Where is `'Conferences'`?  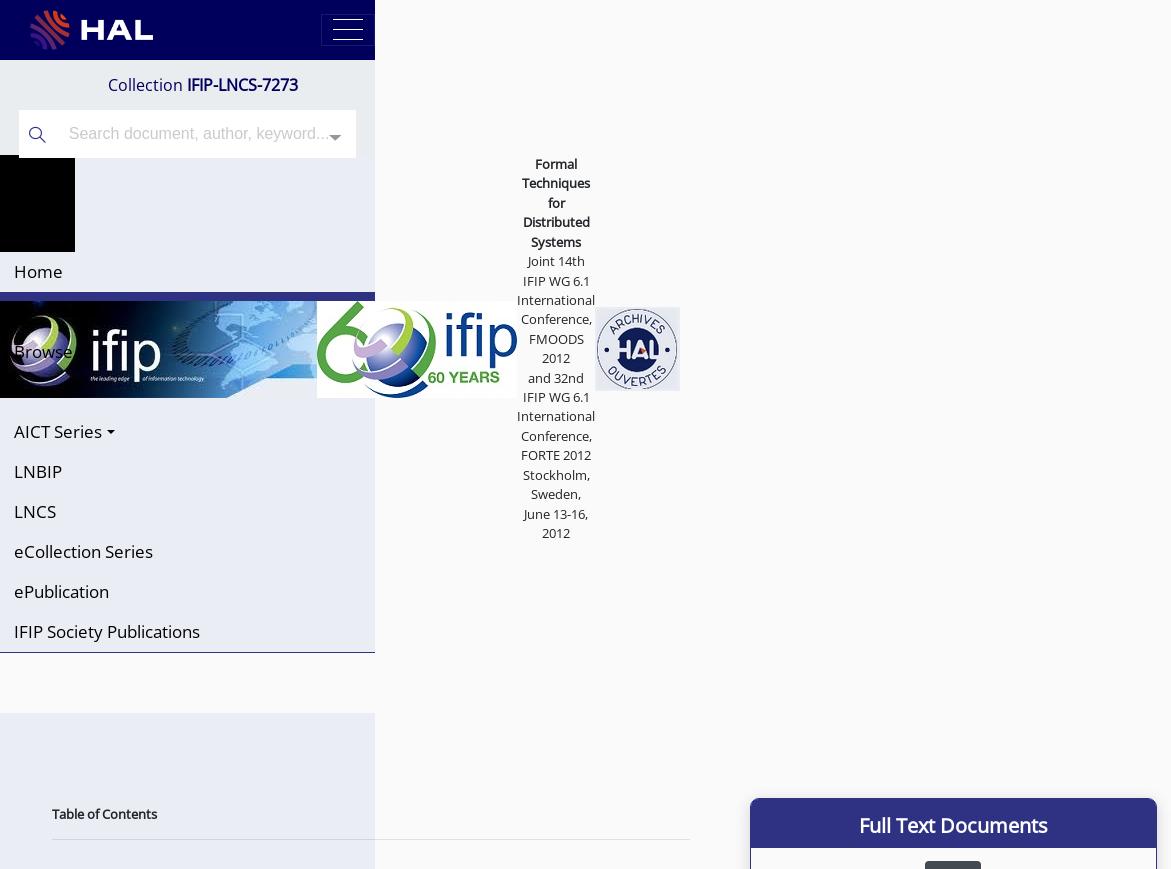 'Conferences' is located at coordinates (64, 390).